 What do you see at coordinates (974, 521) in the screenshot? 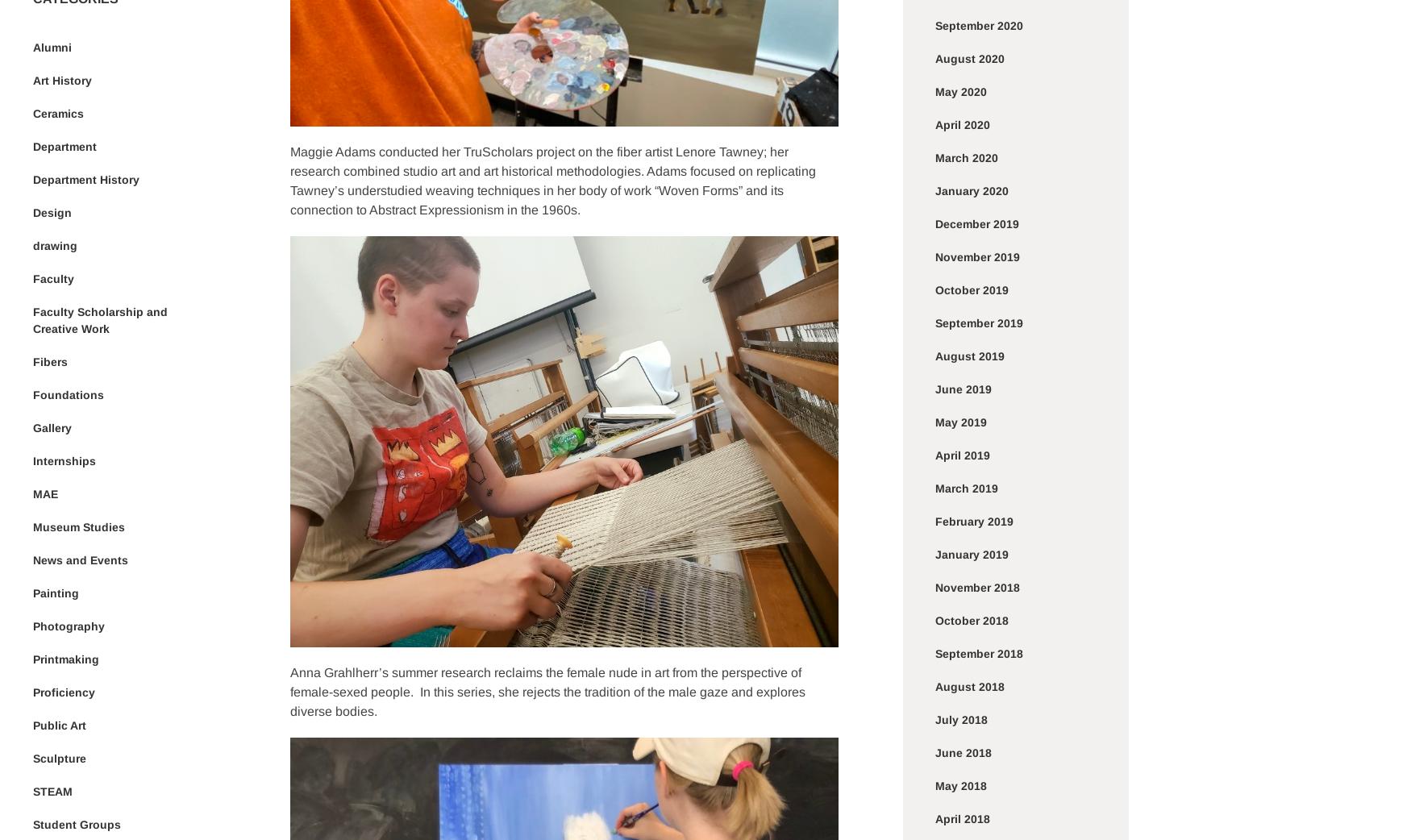
I see `'February 2019'` at bounding box center [974, 521].